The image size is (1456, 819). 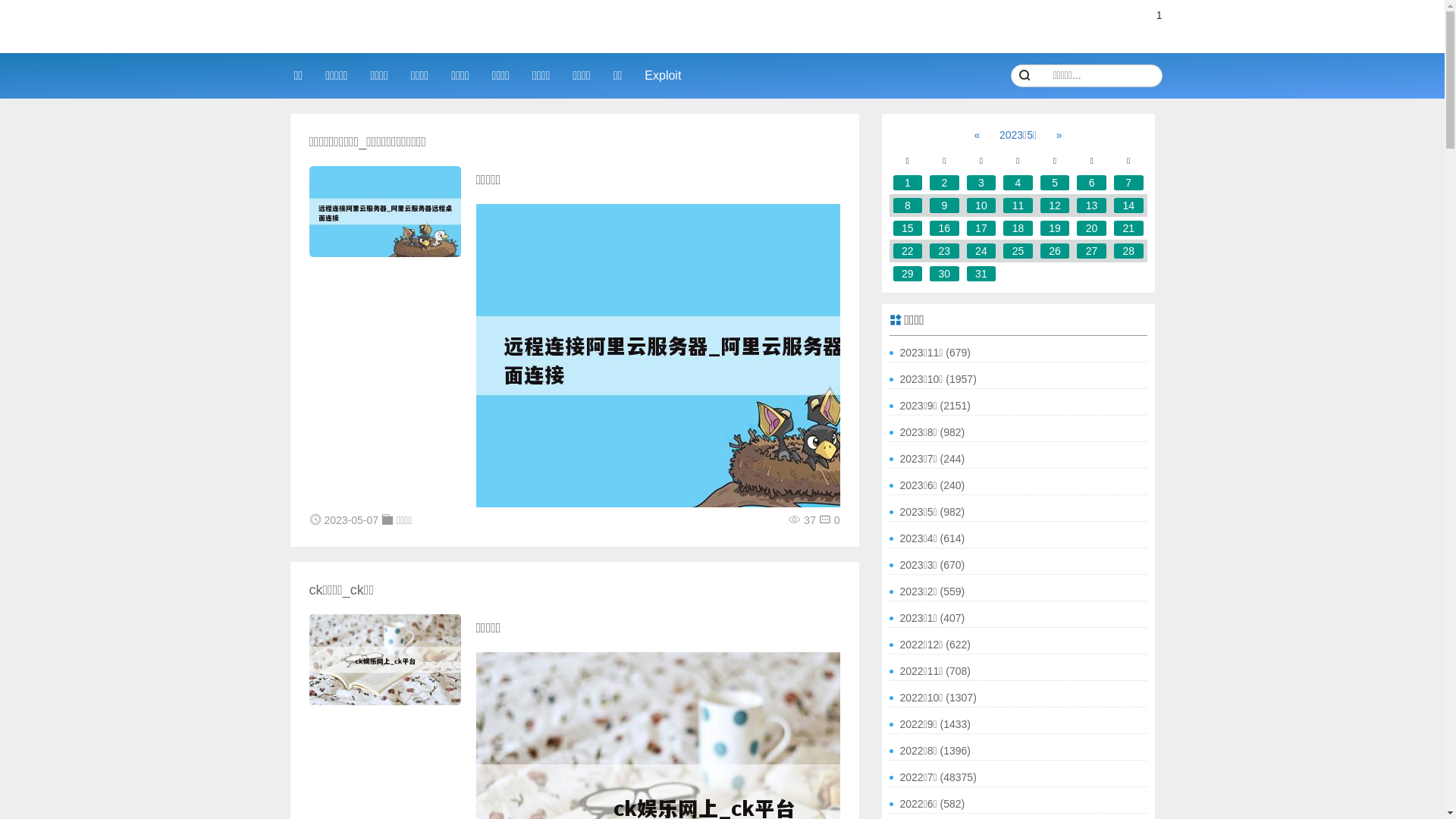 What do you see at coordinates (1128, 250) in the screenshot?
I see `'28'` at bounding box center [1128, 250].